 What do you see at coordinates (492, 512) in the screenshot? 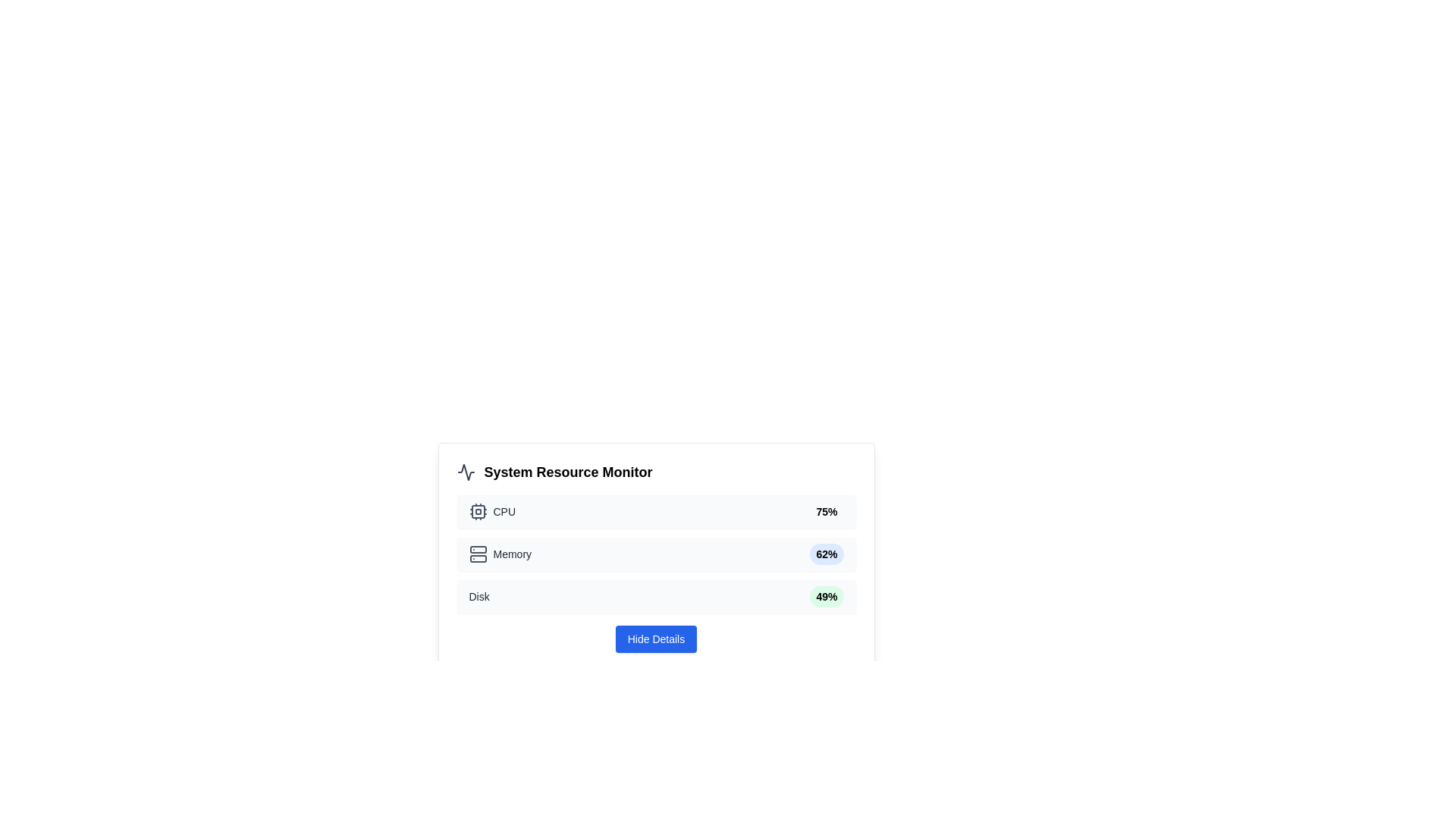
I see `the 'CPU' label and computer chip icon combination, which is styled in gray with black text and is located at the top of the system resource usage statistics list` at bounding box center [492, 512].